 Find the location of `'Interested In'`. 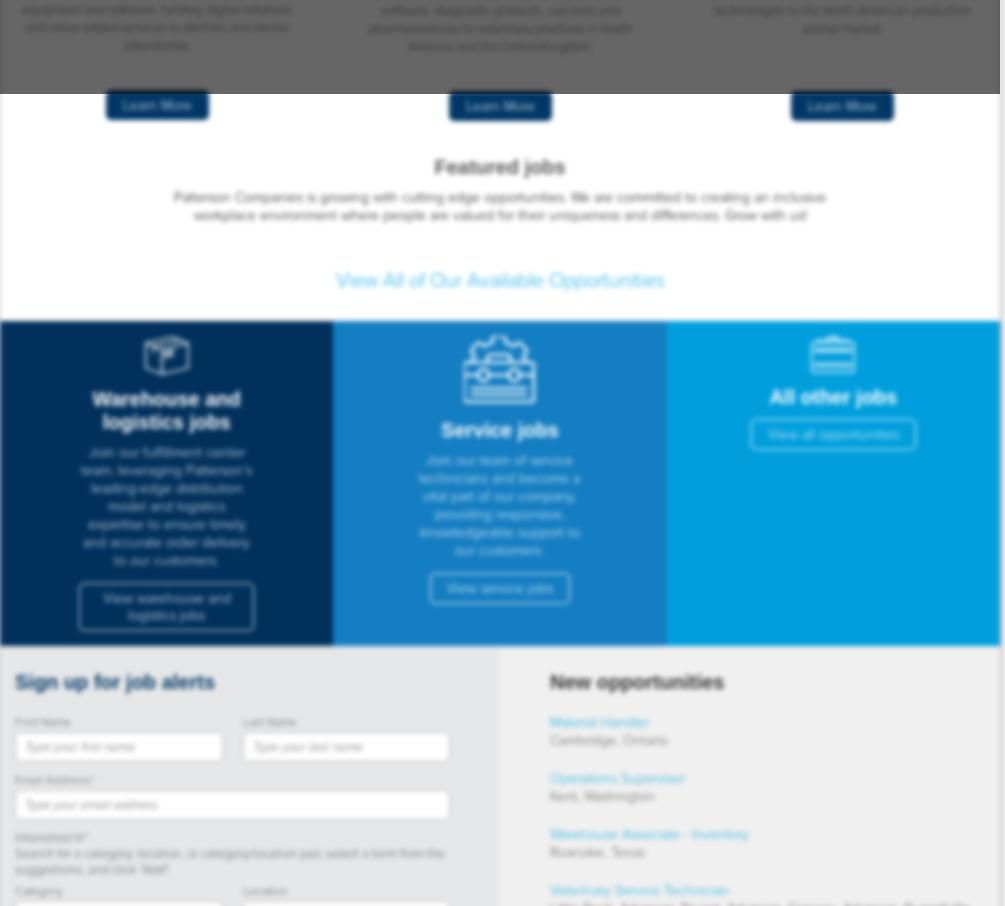

'Interested In' is located at coordinates (49, 836).